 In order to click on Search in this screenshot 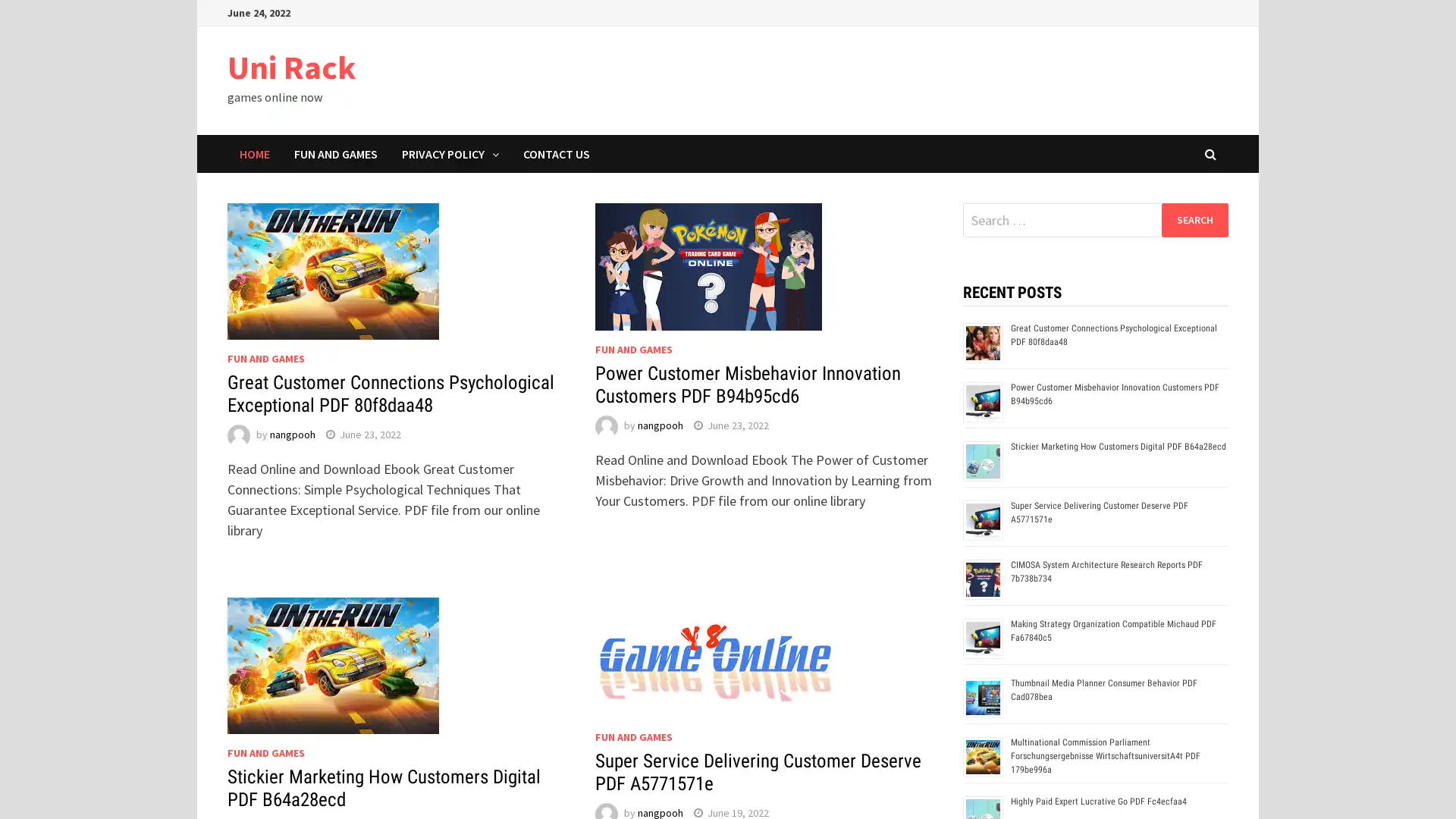, I will do `click(1194, 219)`.